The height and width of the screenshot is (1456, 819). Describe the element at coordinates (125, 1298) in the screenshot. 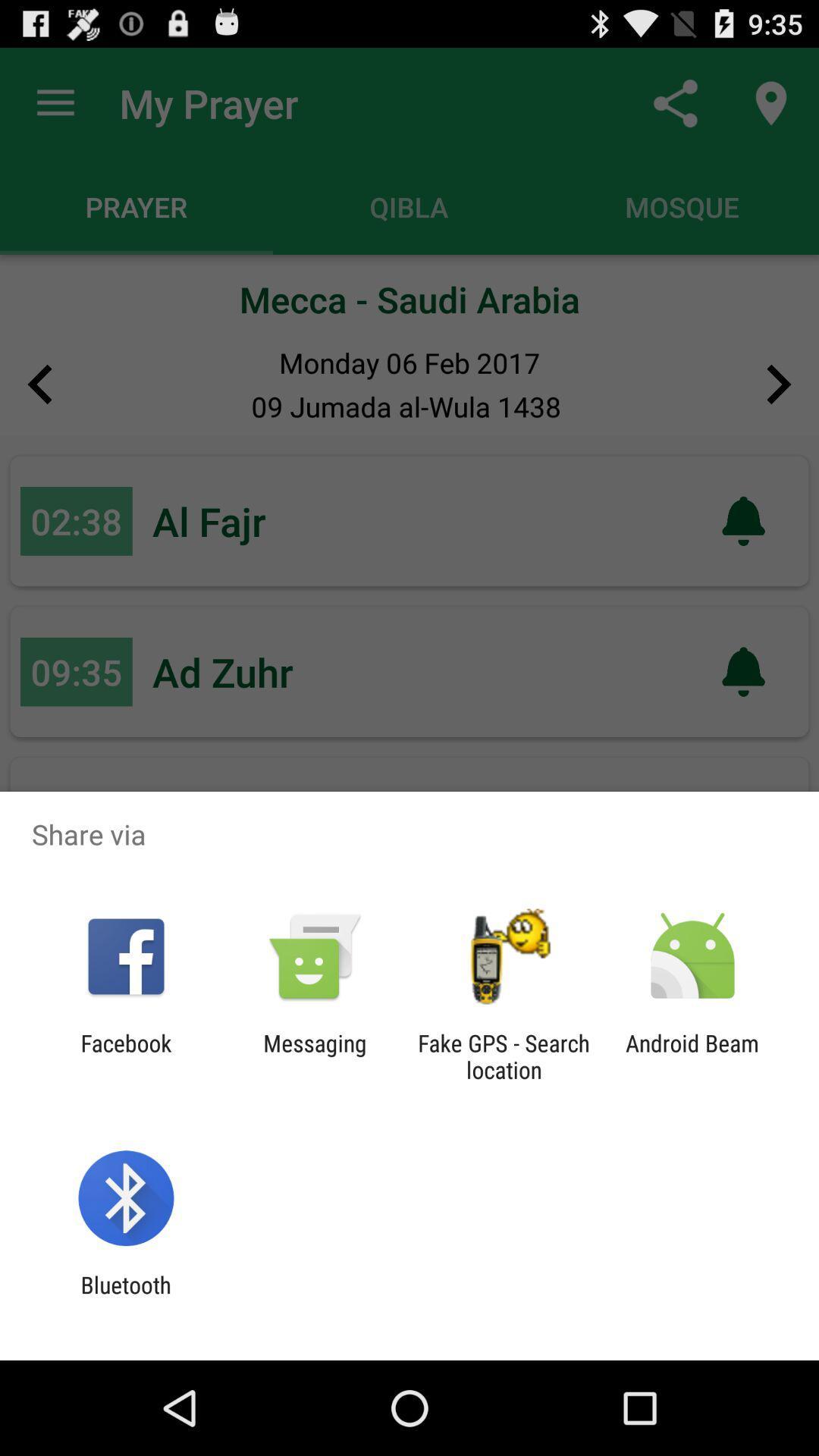

I see `the bluetooth` at that location.